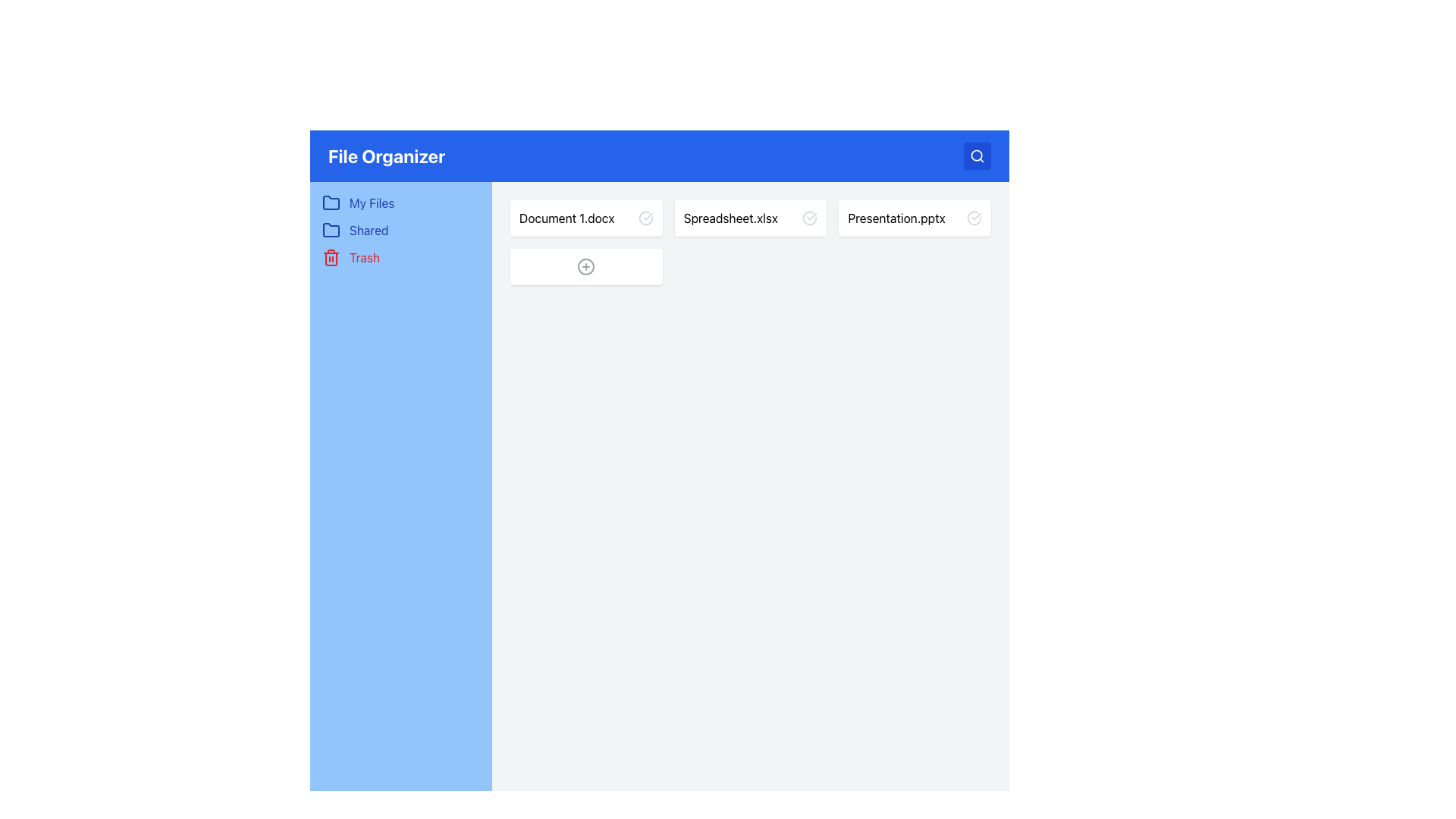  Describe the element at coordinates (977, 155) in the screenshot. I see `the search icon located at the far-right end of the header bar` at that location.